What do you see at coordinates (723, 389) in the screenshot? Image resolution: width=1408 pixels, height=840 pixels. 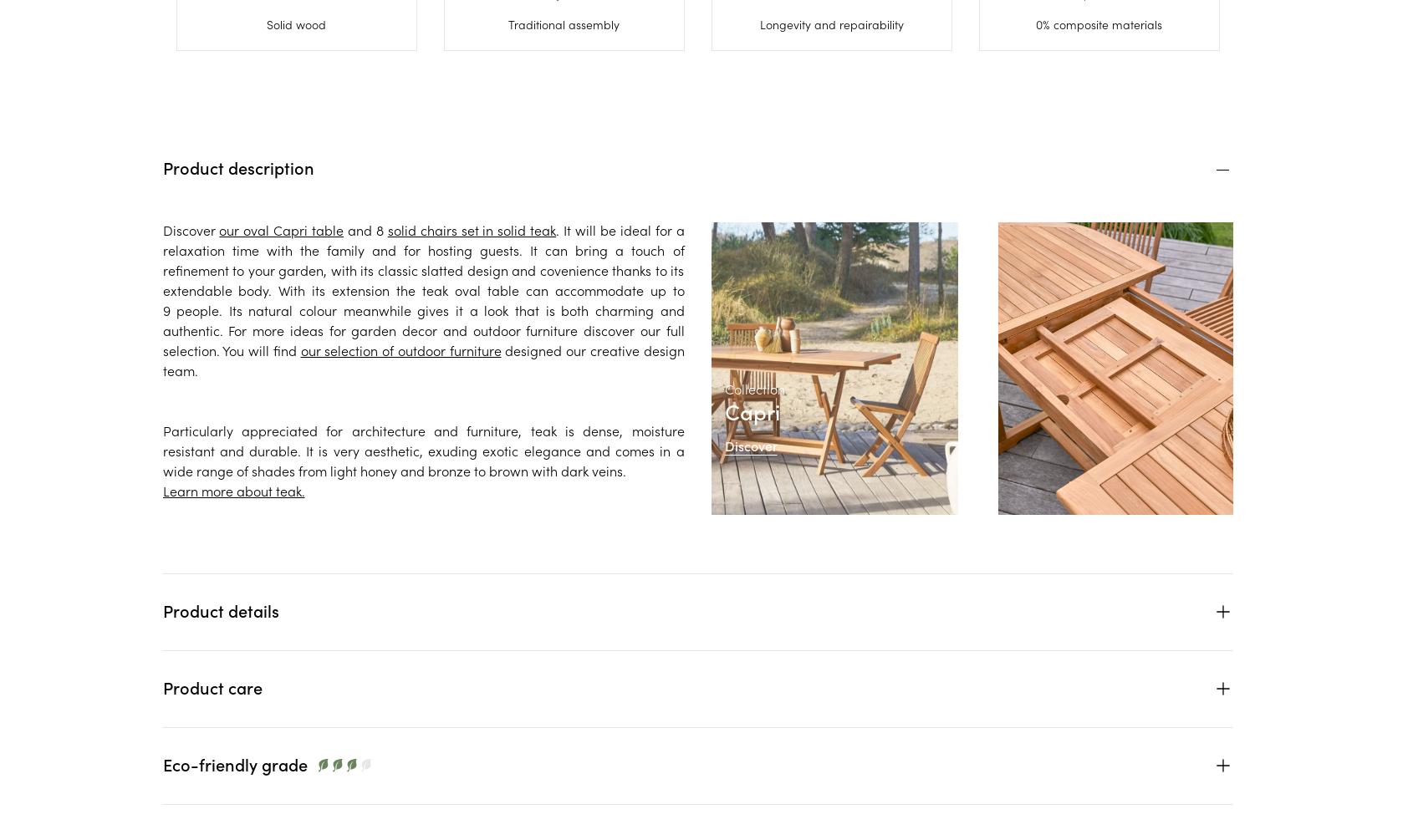 I see `'Collection'` at bounding box center [723, 389].